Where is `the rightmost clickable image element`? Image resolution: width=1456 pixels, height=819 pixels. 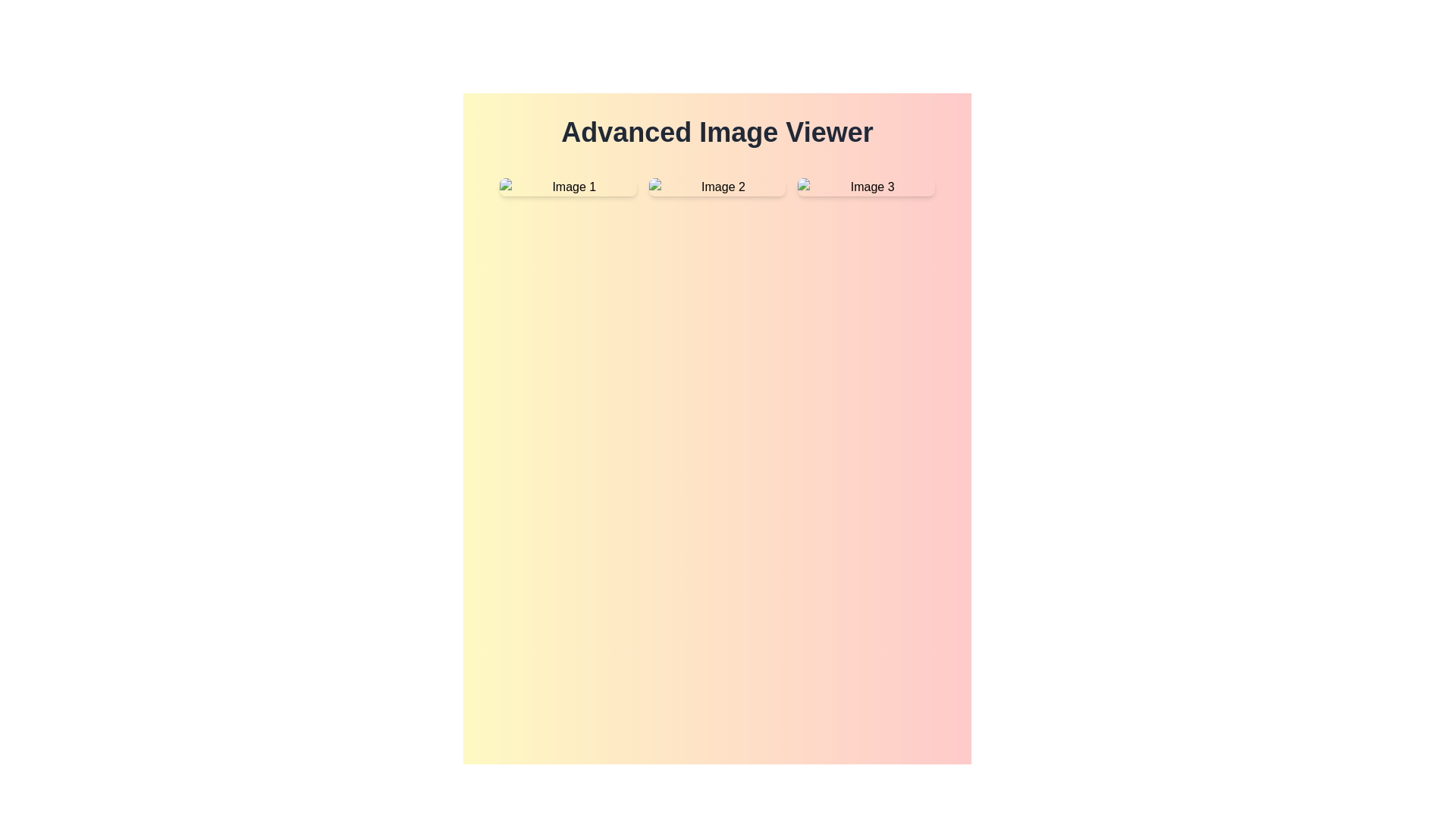 the rightmost clickable image element is located at coordinates (866, 186).